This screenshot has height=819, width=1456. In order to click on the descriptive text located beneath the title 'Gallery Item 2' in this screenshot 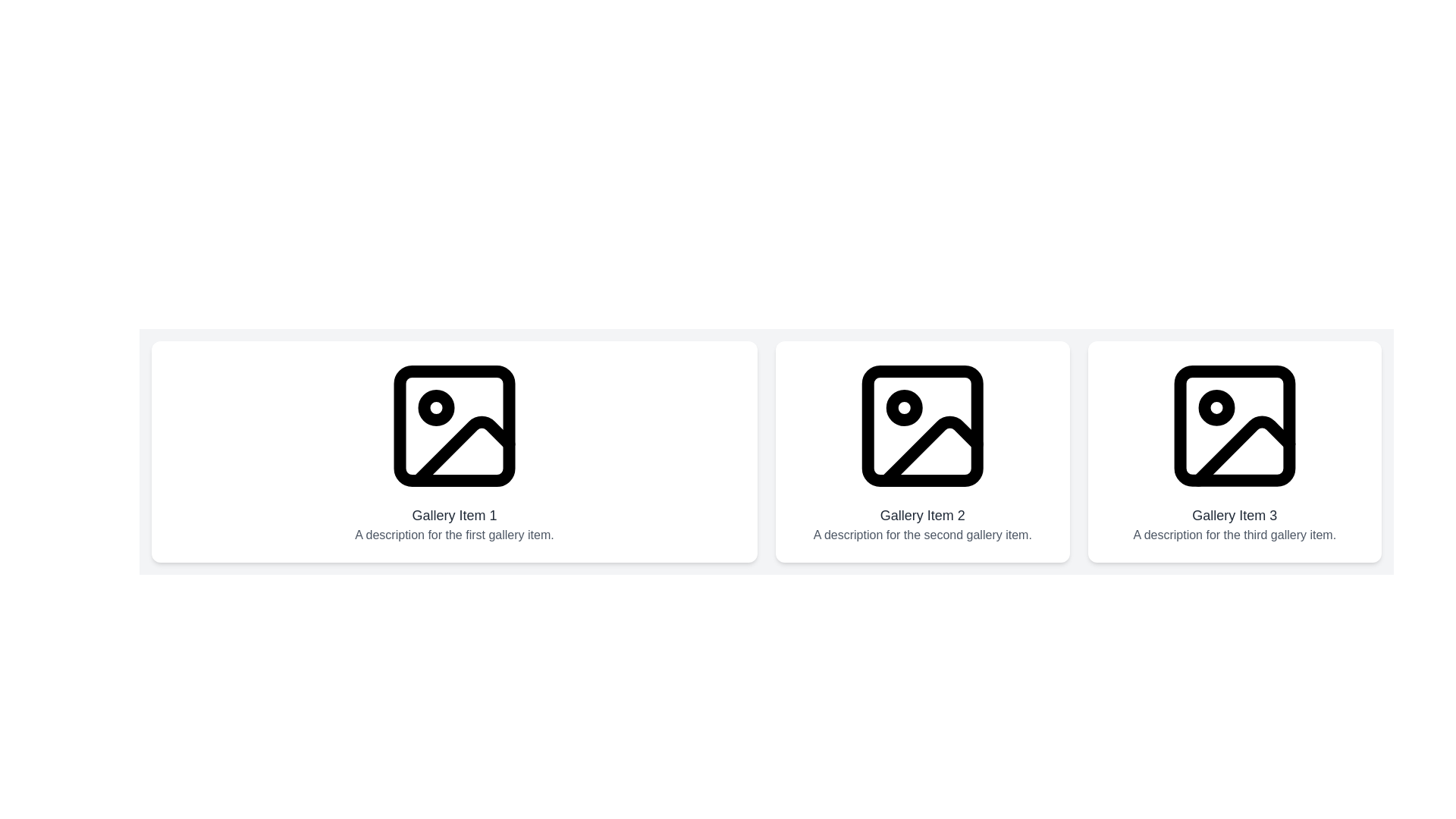, I will do `click(921, 534)`.